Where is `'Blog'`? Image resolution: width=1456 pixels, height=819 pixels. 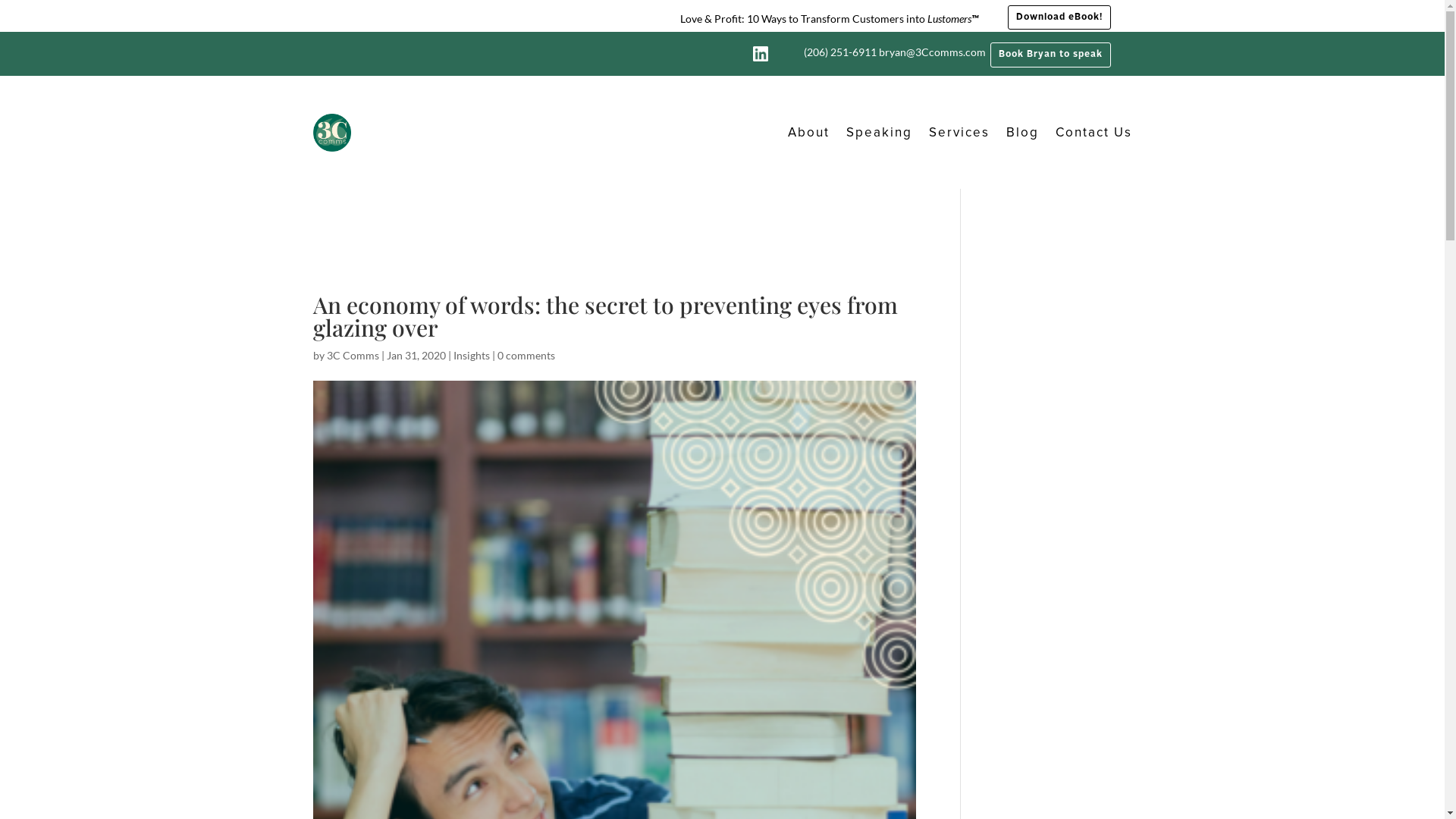 'Blog' is located at coordinates (1021, 131).